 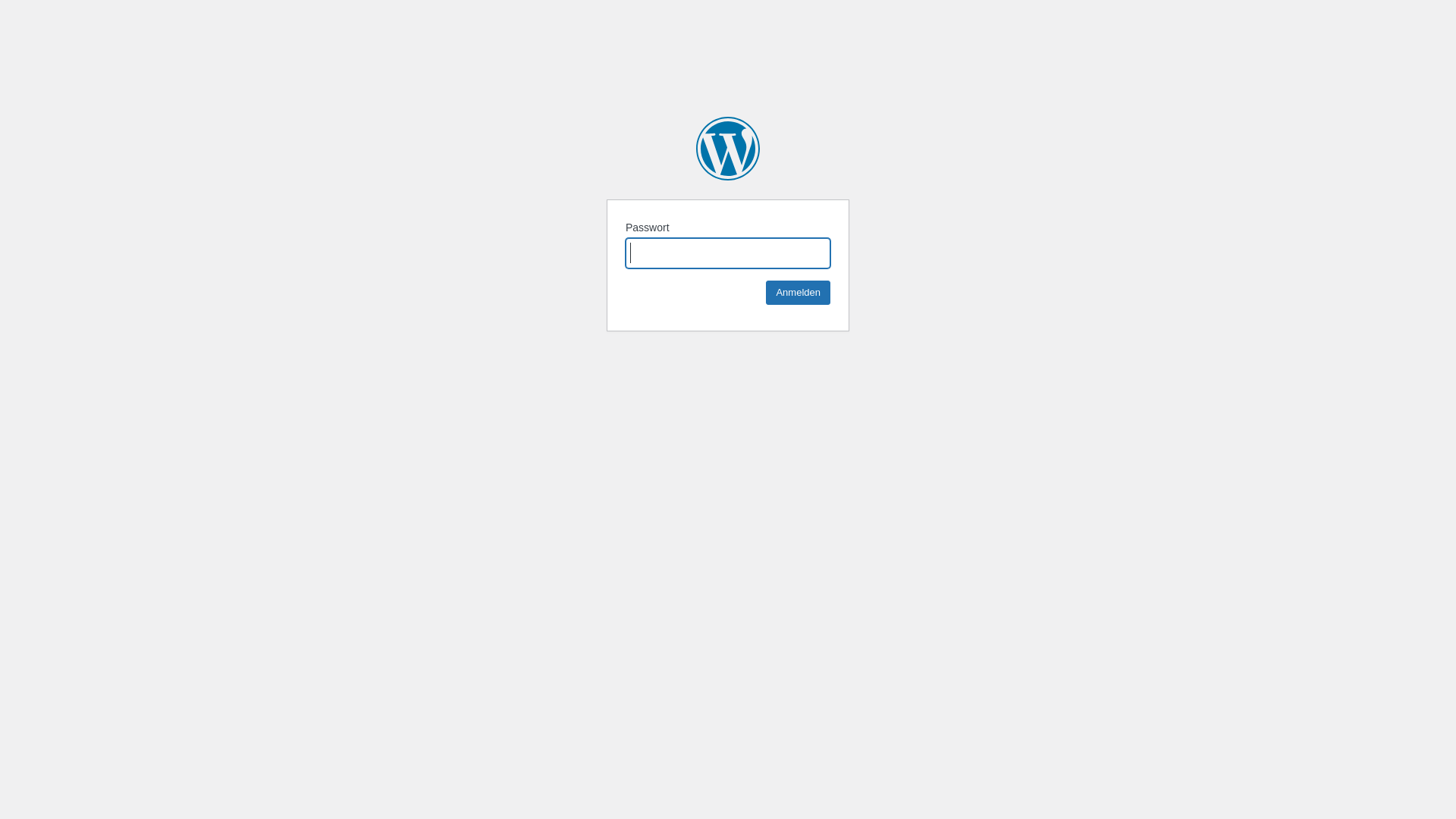 I want to click on 'Anmelden', so click(x=797, y=292).